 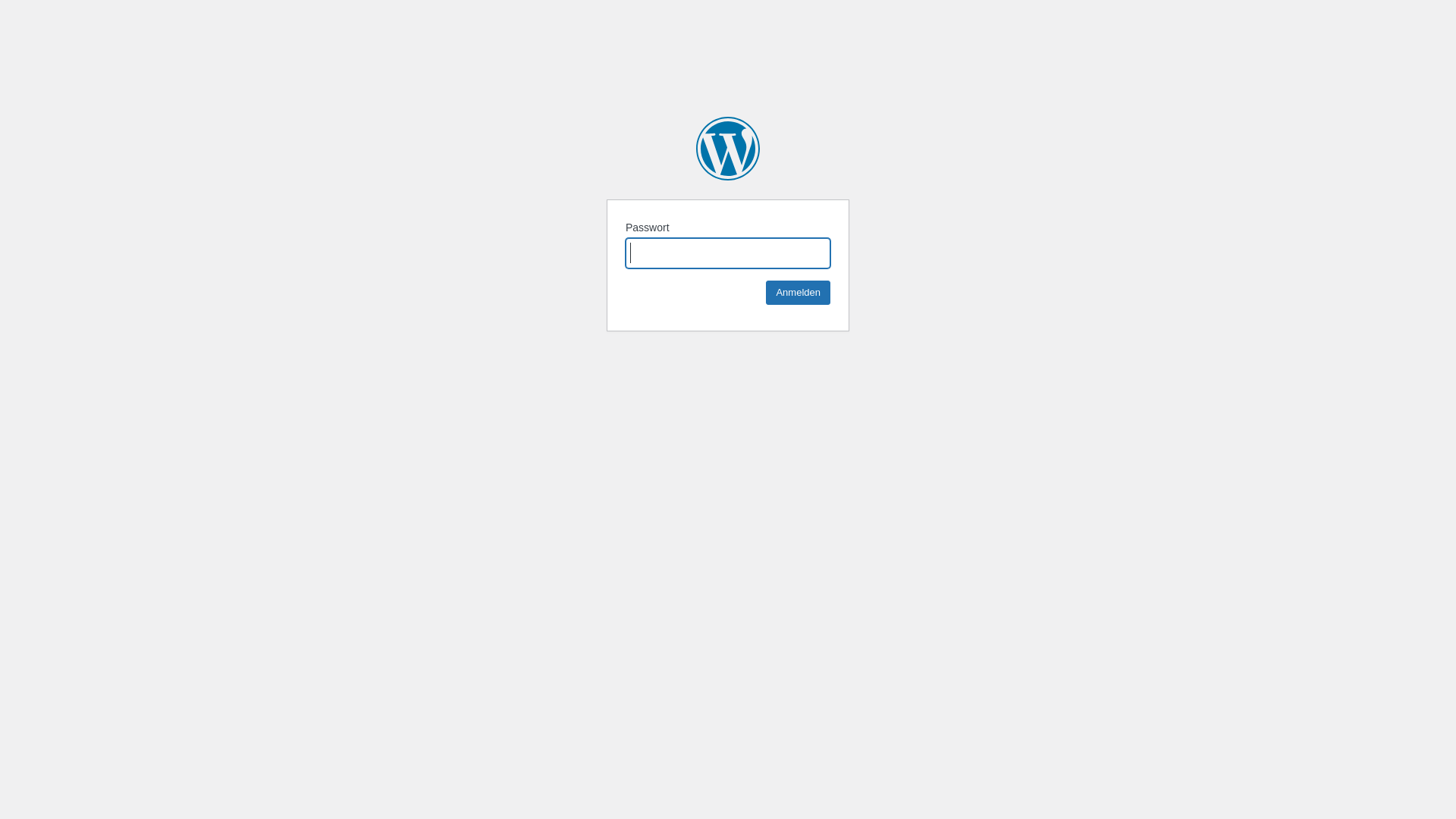 I want to click on 'Anmelden', so click(x=797, y=292).